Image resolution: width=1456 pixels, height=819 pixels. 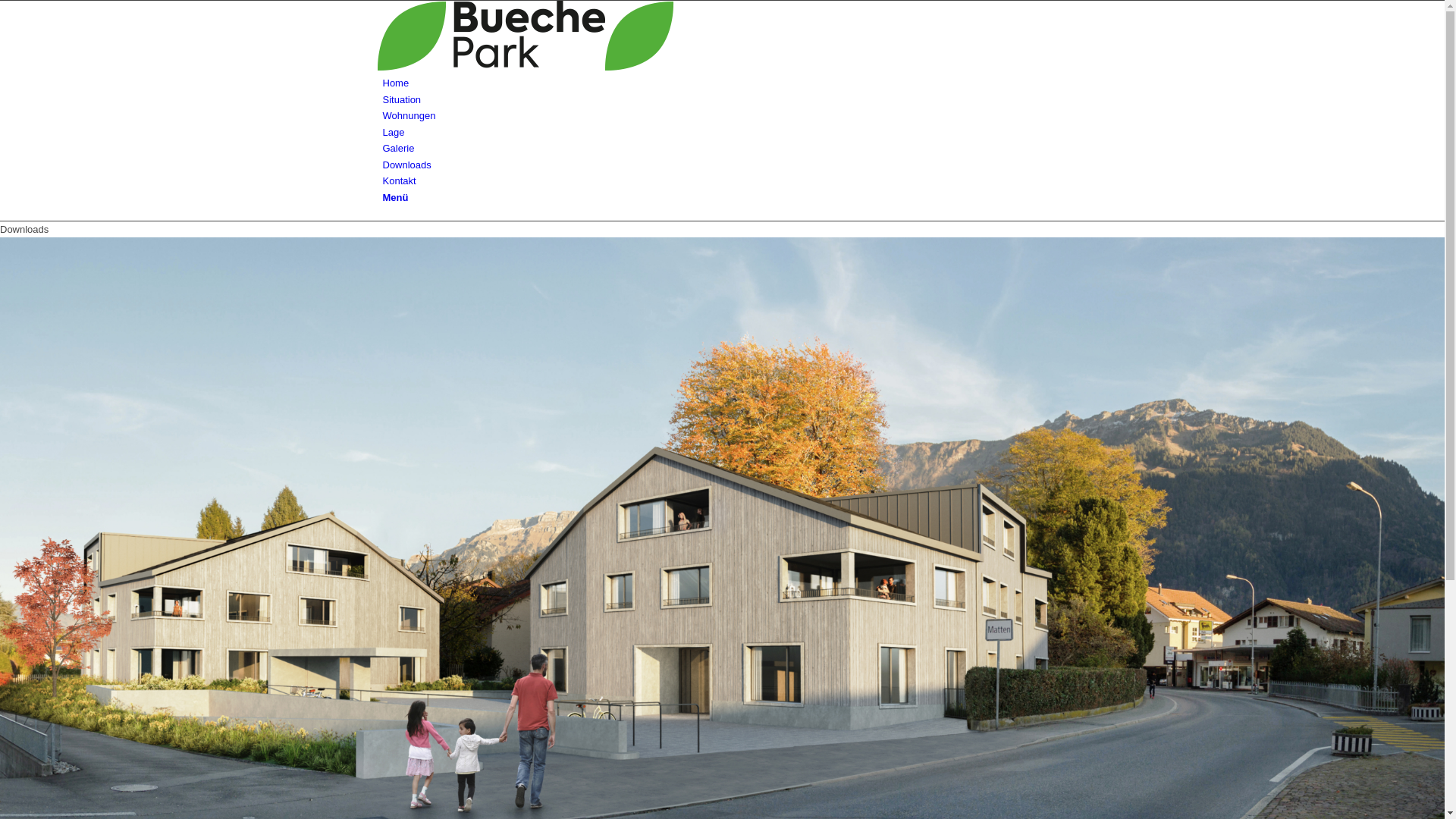 I want to click on 'Home', so click(x=395, y=83).